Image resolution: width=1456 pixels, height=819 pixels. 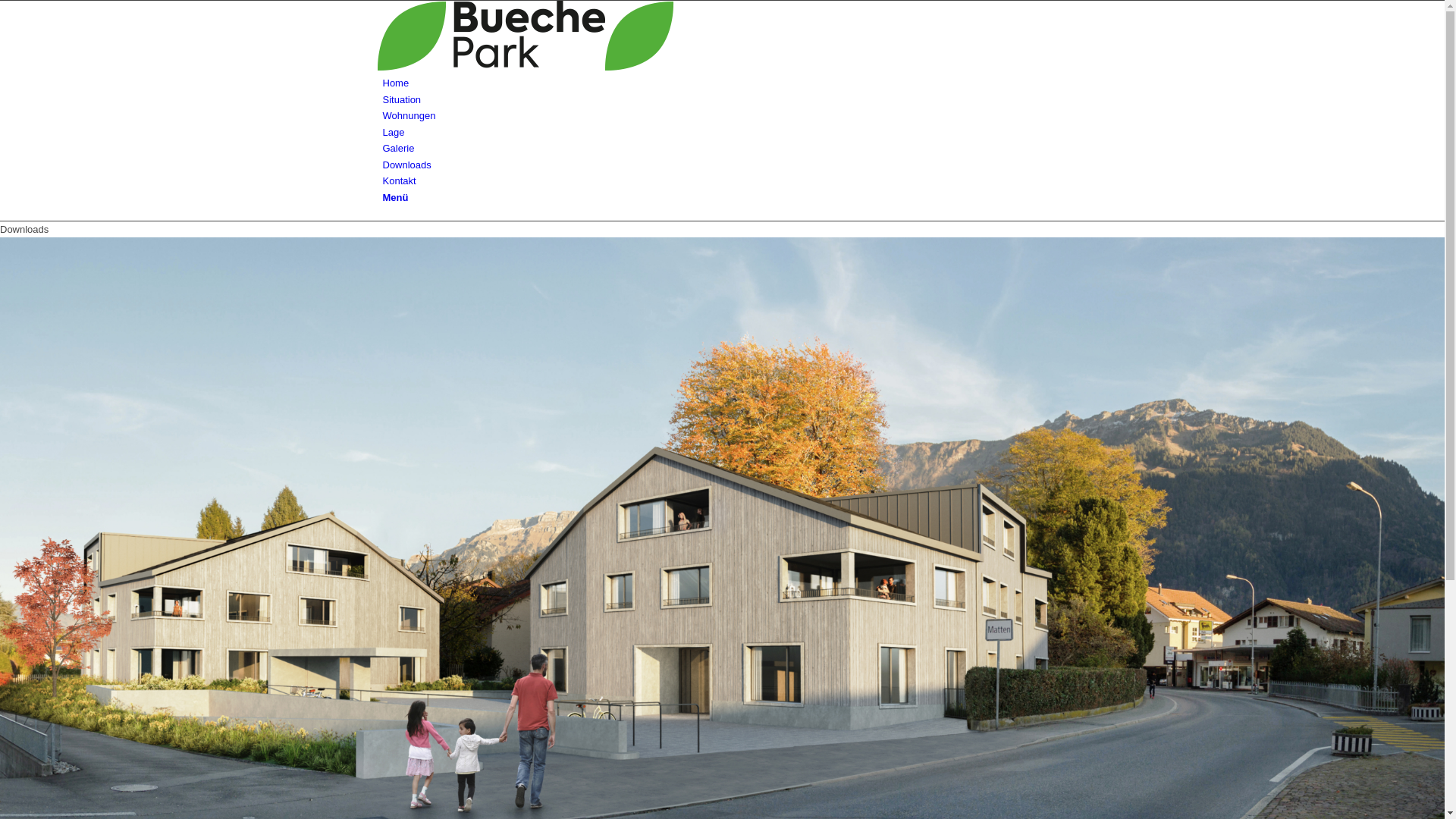 I want to click on 'Home', so click(x=395, y=83).